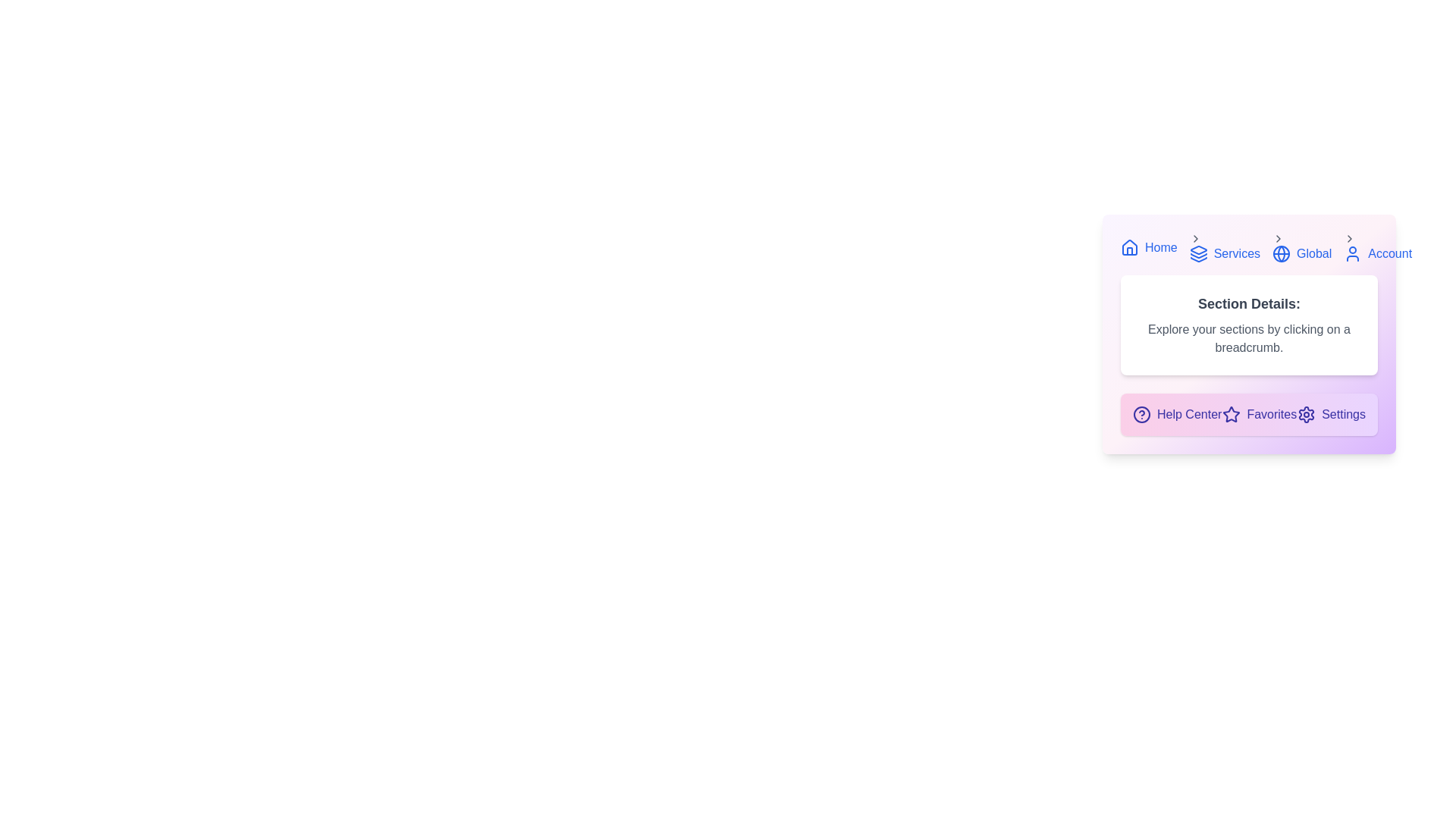 This screenshot has height=819, width=1456. Describe the element at coordinates (1149, 247) in the screenshot. I see `the Breadcrumb link located at the top left of the UI section, adjacent to the home icon, to trigger the visual underline effect` at that location.